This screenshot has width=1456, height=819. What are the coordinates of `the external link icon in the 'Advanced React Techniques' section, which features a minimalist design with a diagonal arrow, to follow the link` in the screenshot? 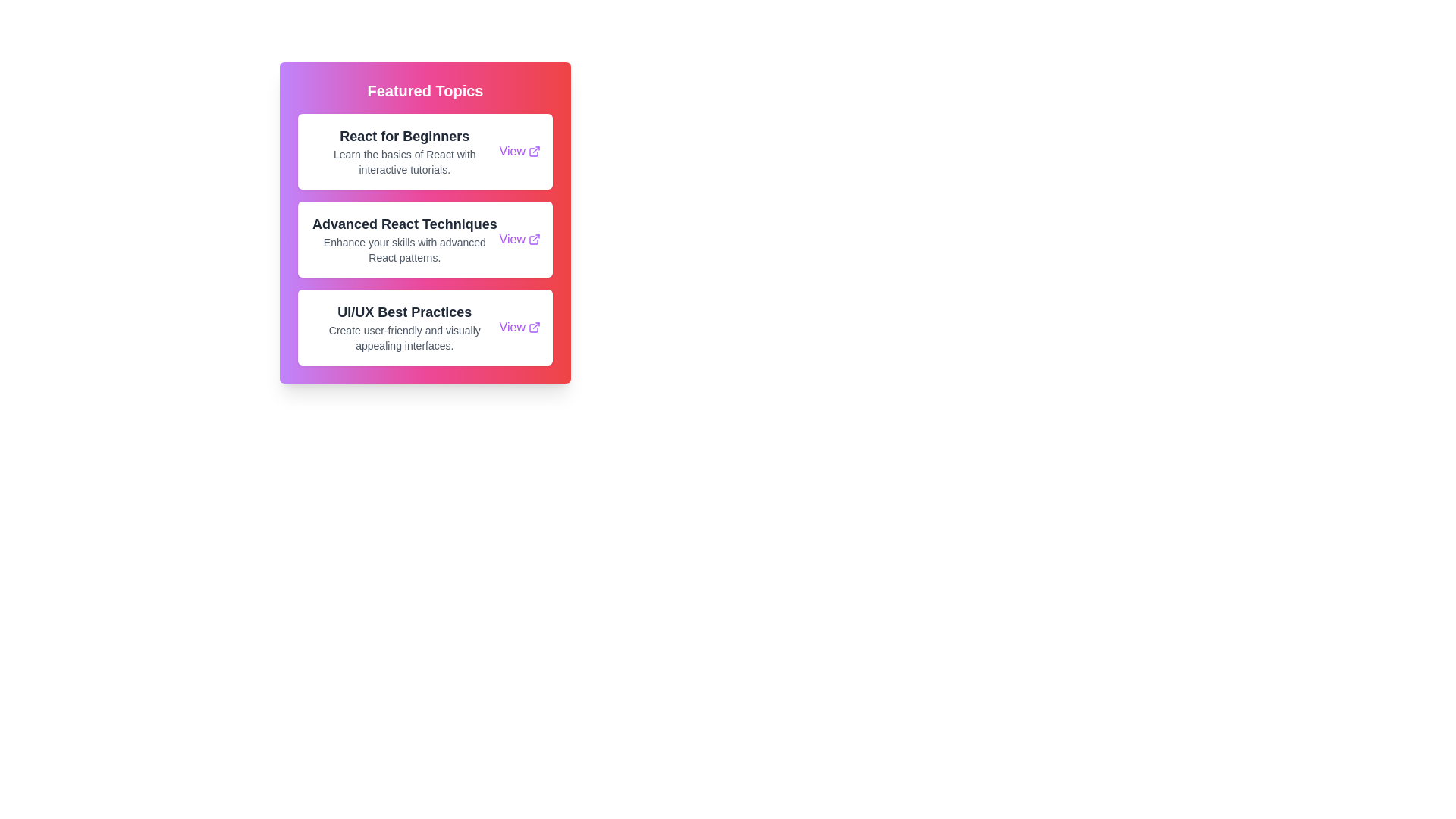 It's located at (535, 239).